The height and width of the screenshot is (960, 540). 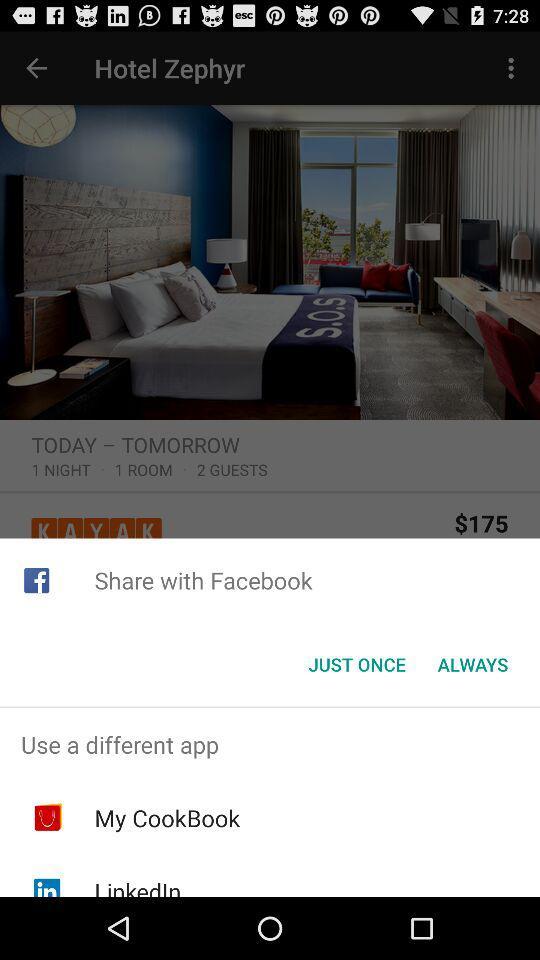 I want to click on the icon to the left of the always, so click(x=356, y=664).